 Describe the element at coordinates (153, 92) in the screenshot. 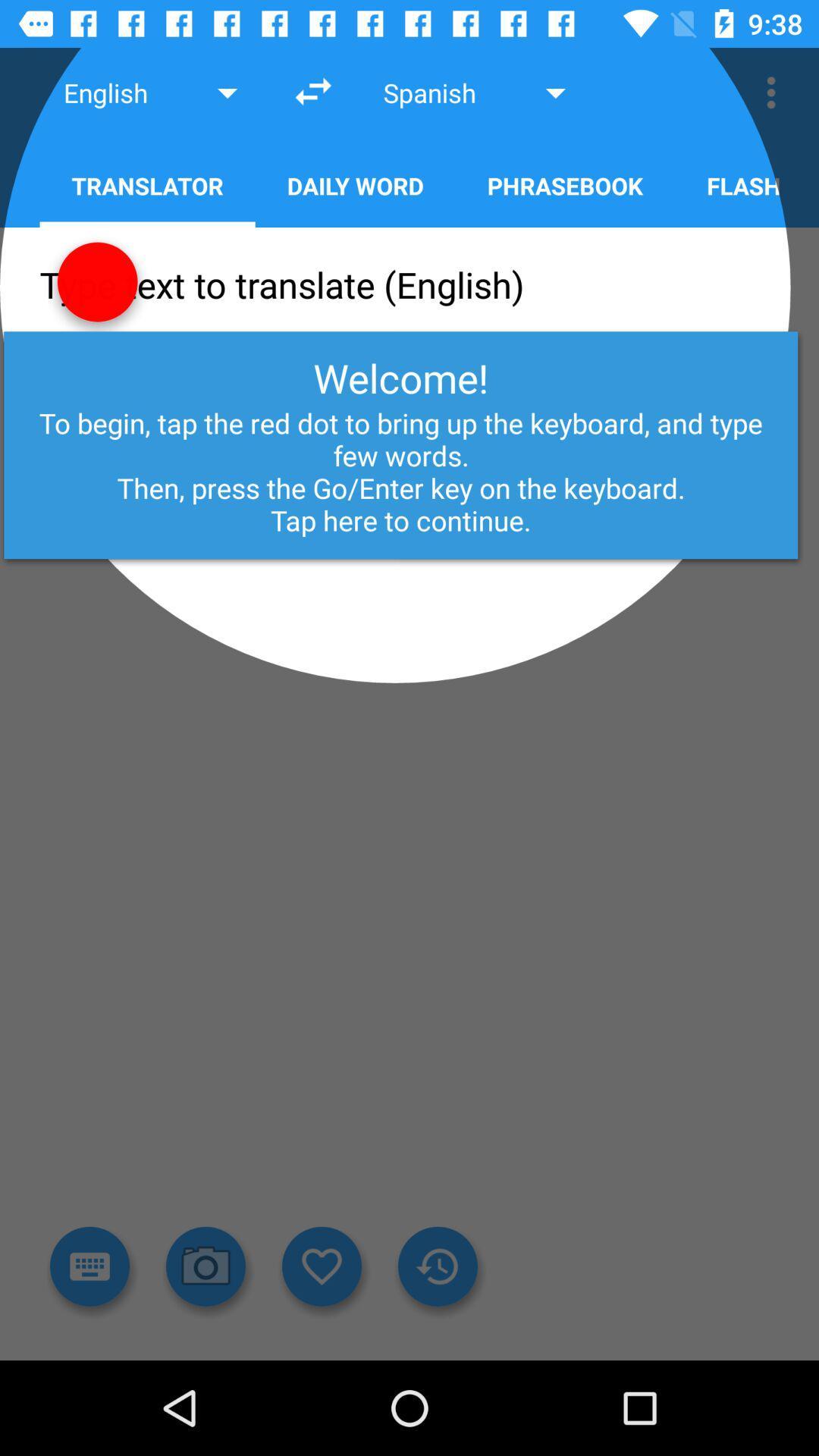

I see `english above translator` at that location.